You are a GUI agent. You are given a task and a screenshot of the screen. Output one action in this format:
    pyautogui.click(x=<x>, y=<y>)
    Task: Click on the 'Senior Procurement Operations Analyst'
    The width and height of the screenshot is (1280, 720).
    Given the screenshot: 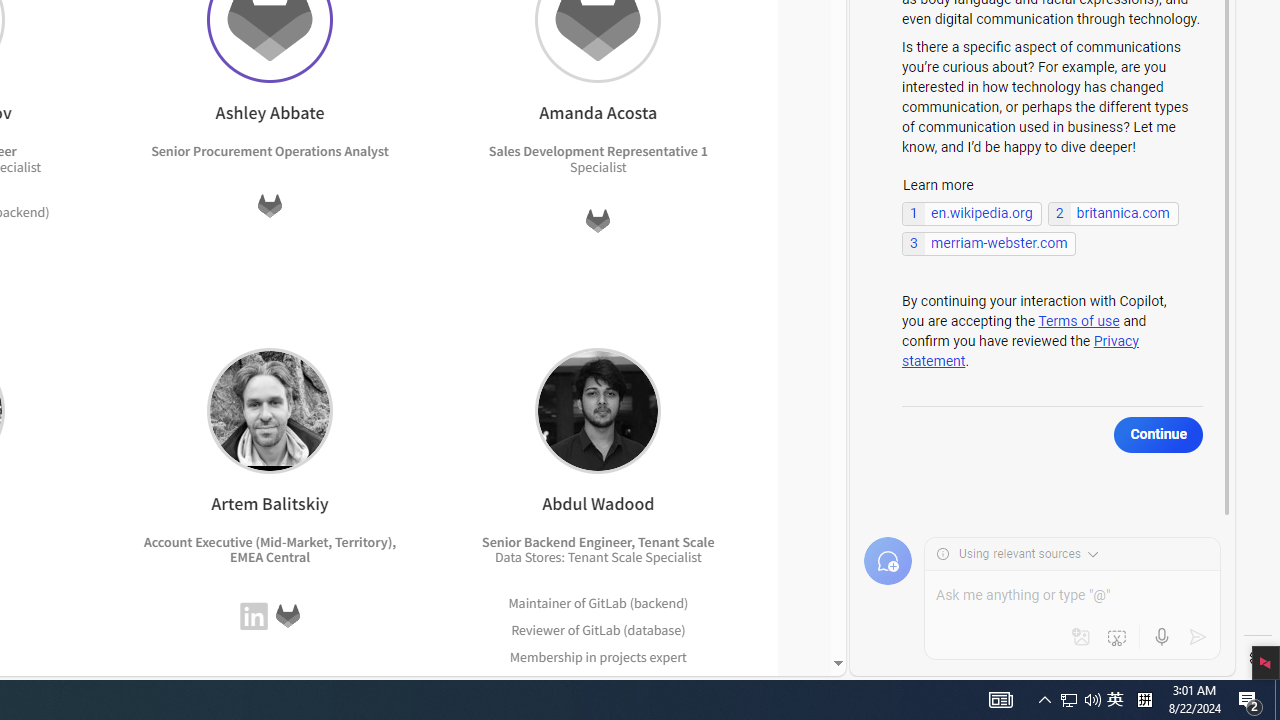 What is the action you would take?
    pyautogui.click(x=269, y=150)
    